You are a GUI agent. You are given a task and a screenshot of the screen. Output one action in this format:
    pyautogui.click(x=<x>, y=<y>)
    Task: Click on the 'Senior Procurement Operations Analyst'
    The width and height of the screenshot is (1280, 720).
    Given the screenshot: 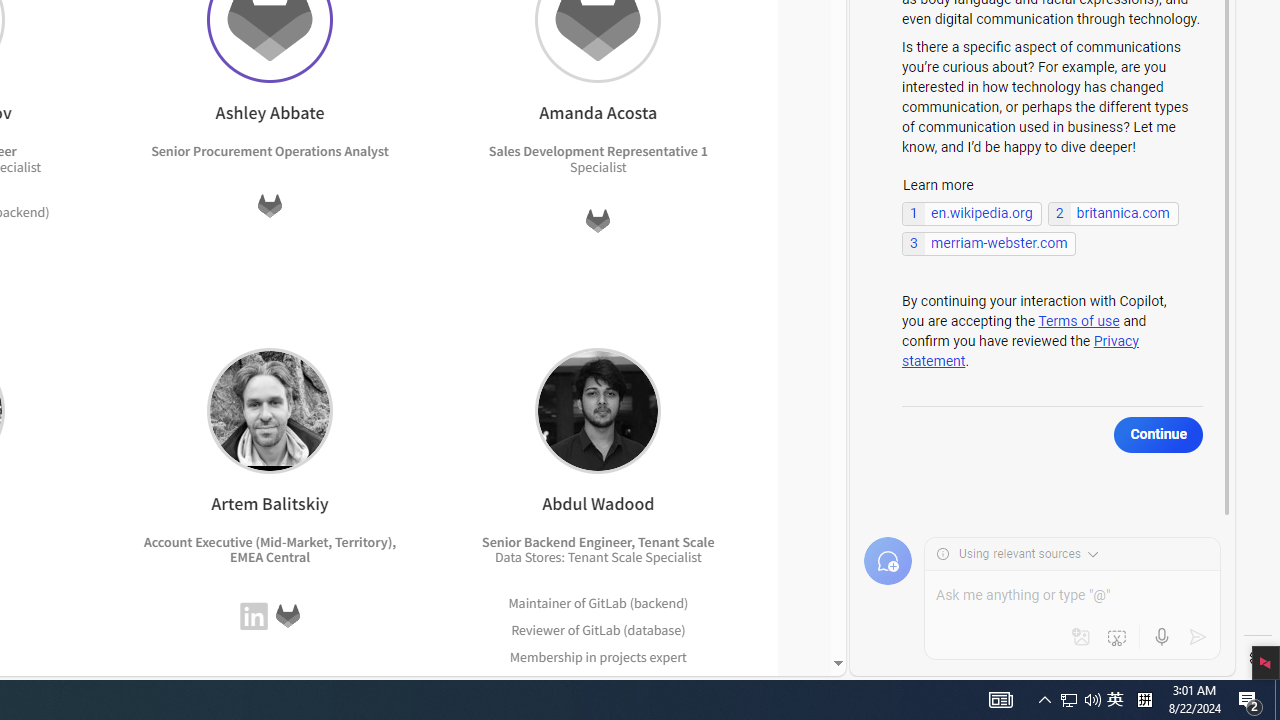 What is the action you would take?
    pyautogui.click(x=269, y=150)
    